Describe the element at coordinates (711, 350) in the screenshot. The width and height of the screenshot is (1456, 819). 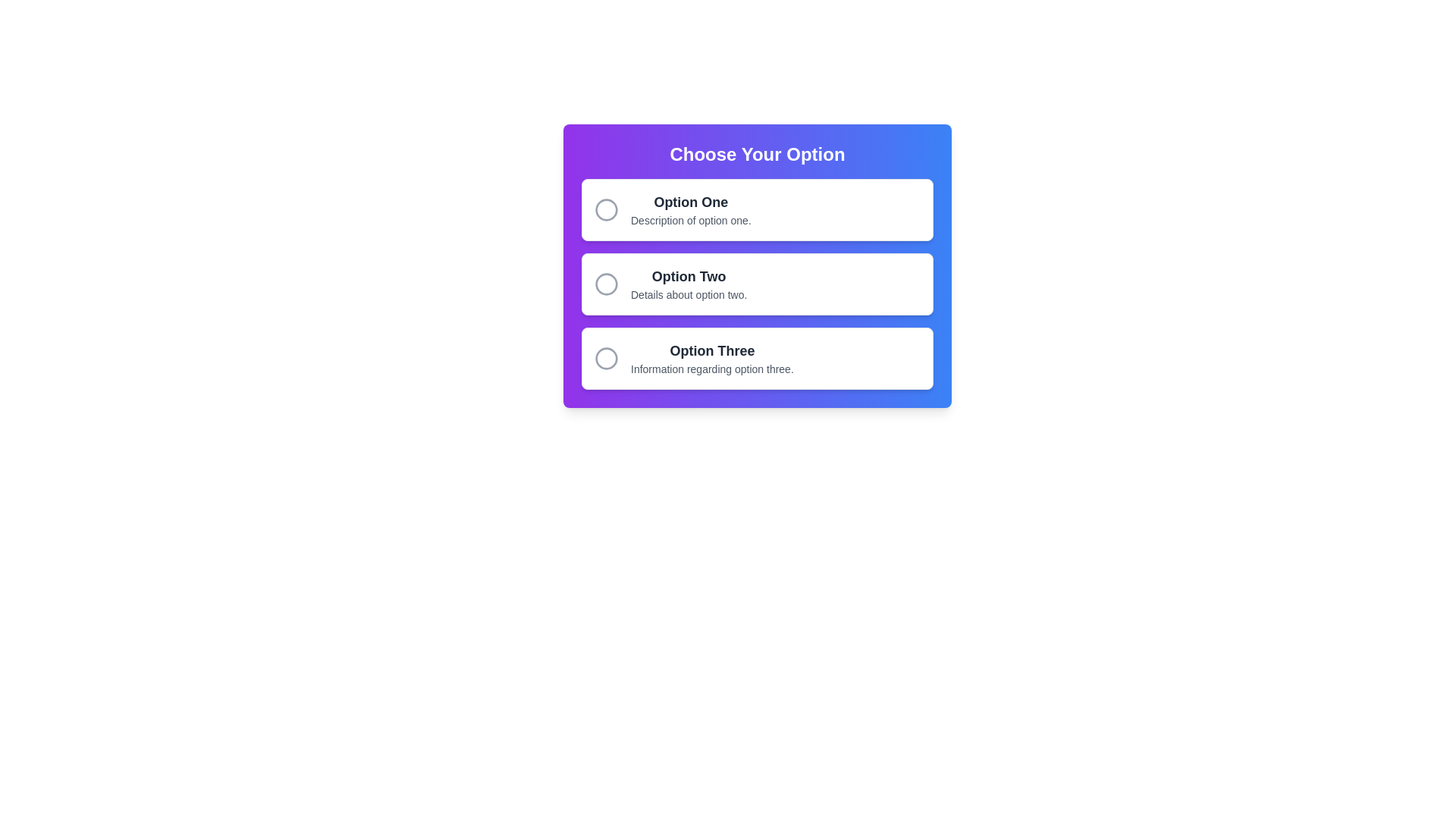
I see `the header text label for the third option in the vertical list, which helps users identify the choice` at that location.